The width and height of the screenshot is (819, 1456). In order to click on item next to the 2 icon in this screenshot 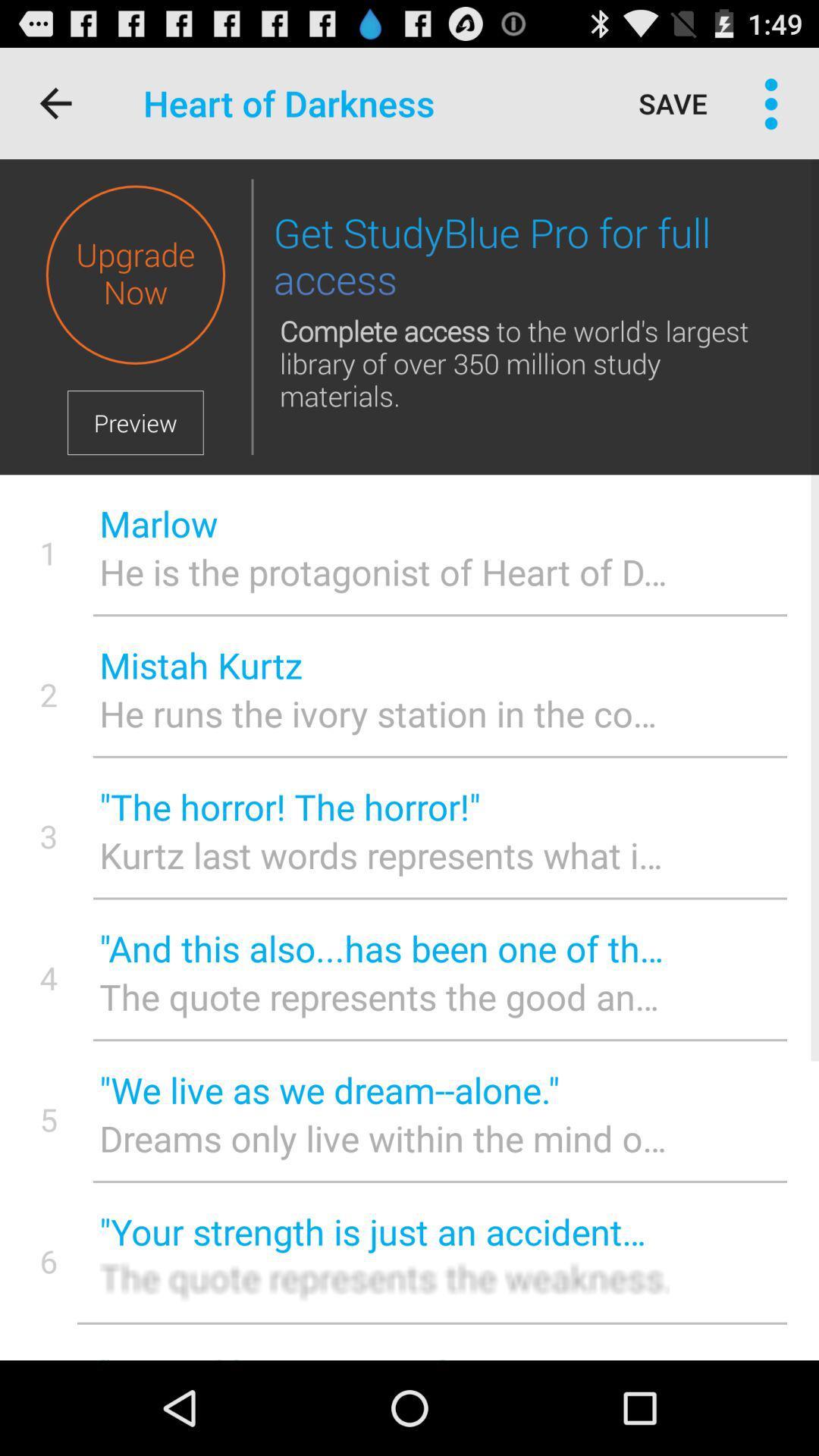, I will do `click(383, 665)`.